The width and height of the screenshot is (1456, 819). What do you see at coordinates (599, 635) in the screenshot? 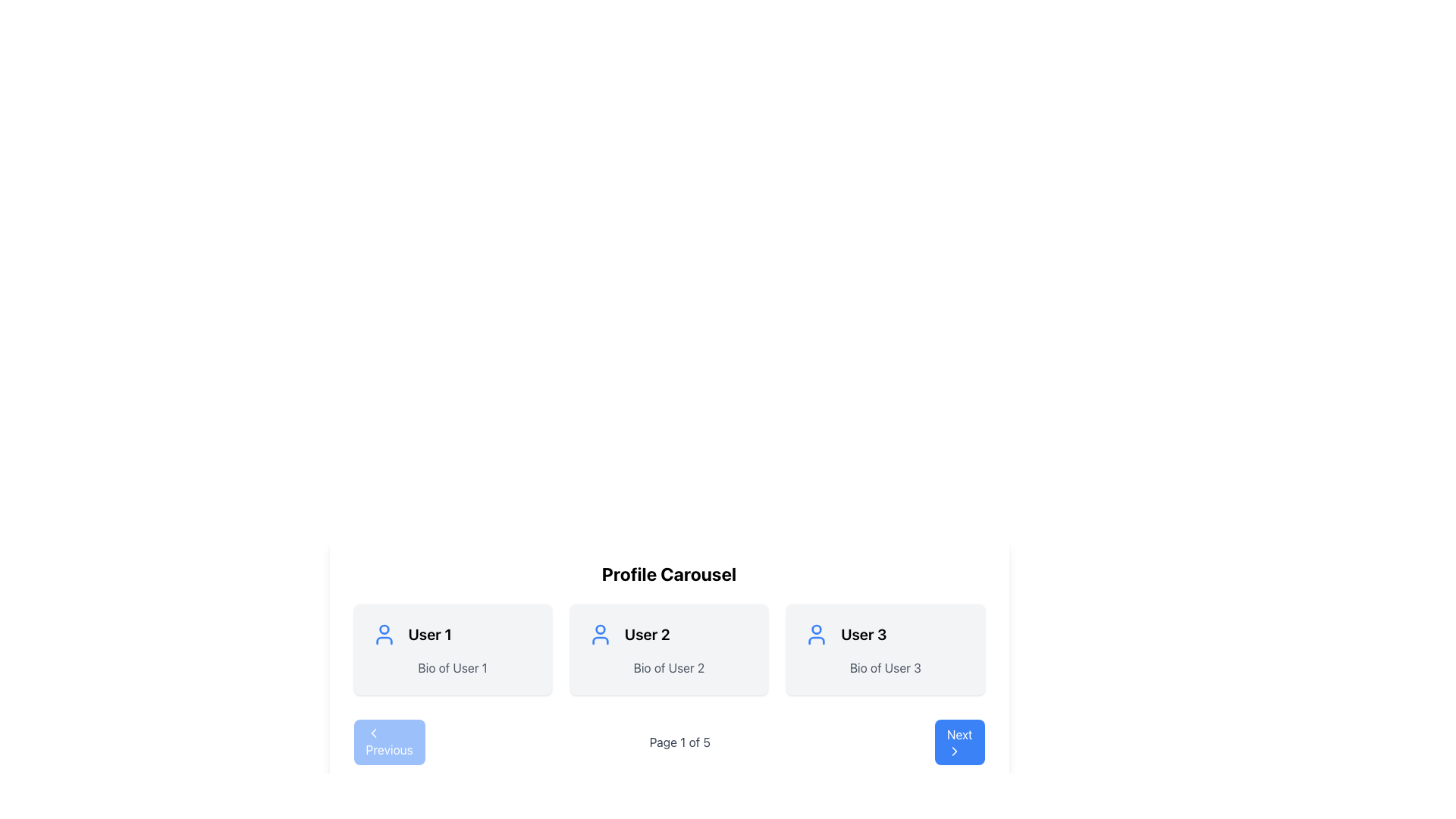
I see `the user profile icon for 'User 2' located in the second profile card of a carousel` at bounding box center [599, 635].